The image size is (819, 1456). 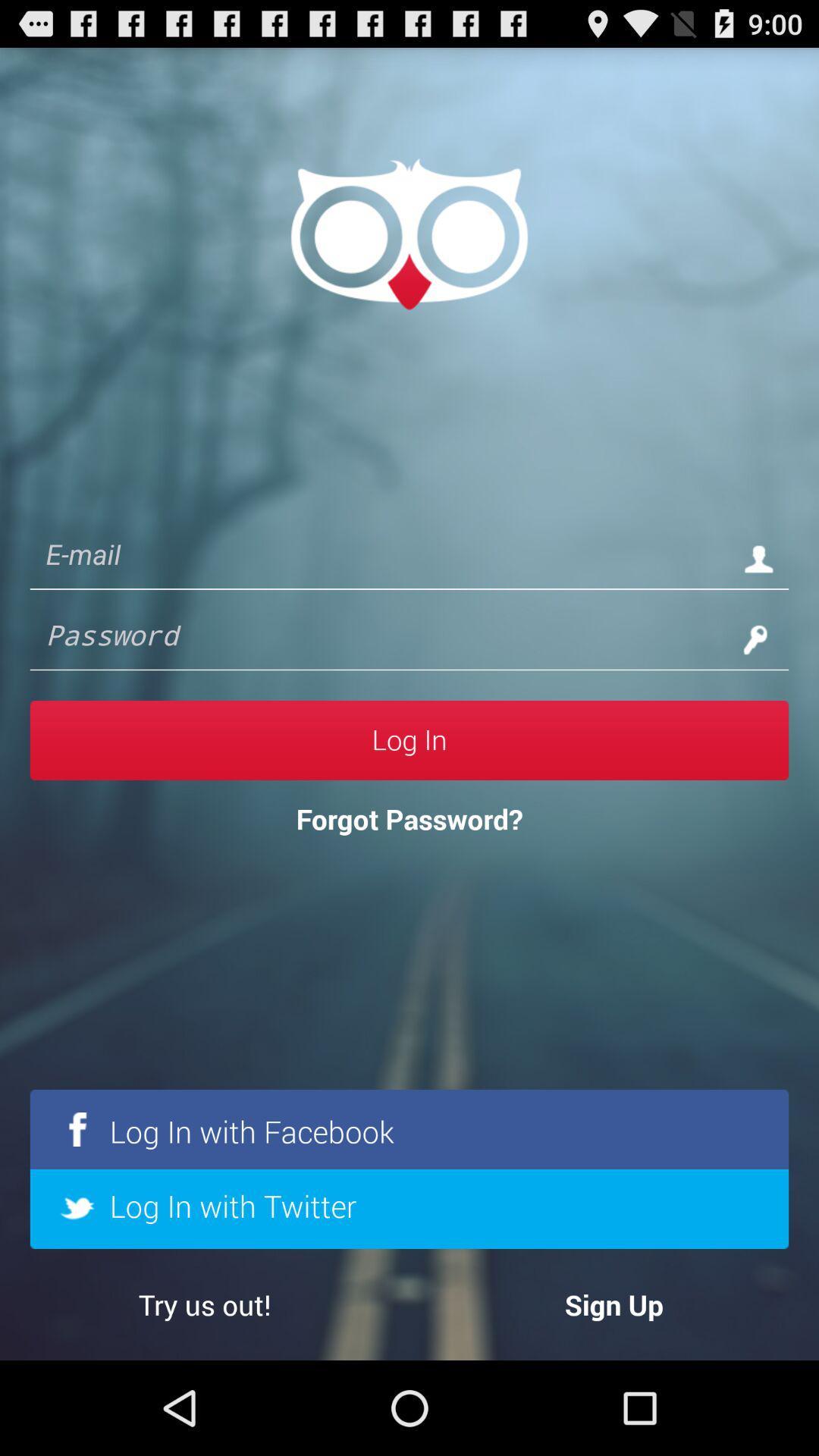 I want to click on for password, so click(x=378, y=639).